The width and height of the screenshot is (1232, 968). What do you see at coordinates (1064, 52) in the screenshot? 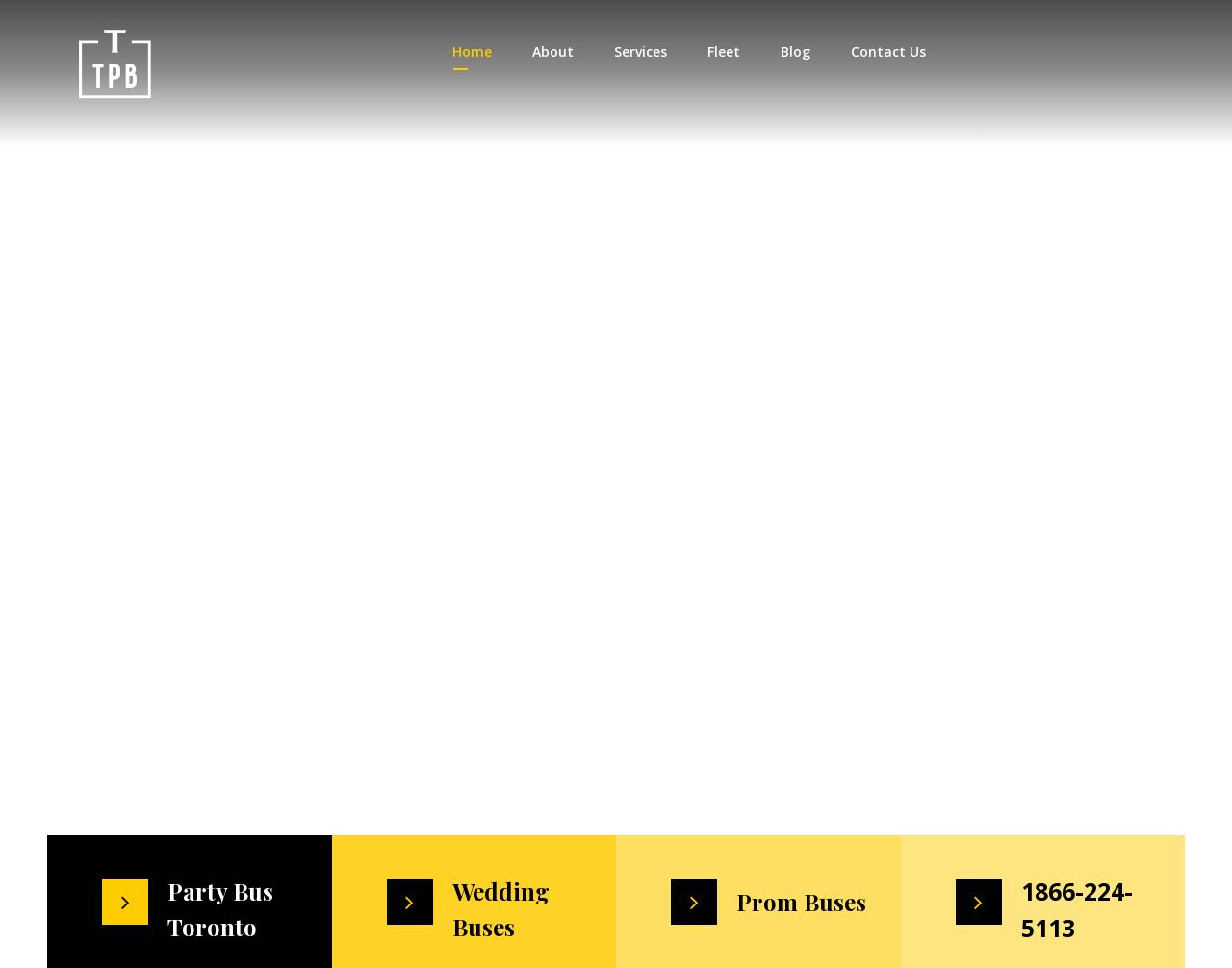
I see `'647-556-2392'` at bounding box center [1064, 52].